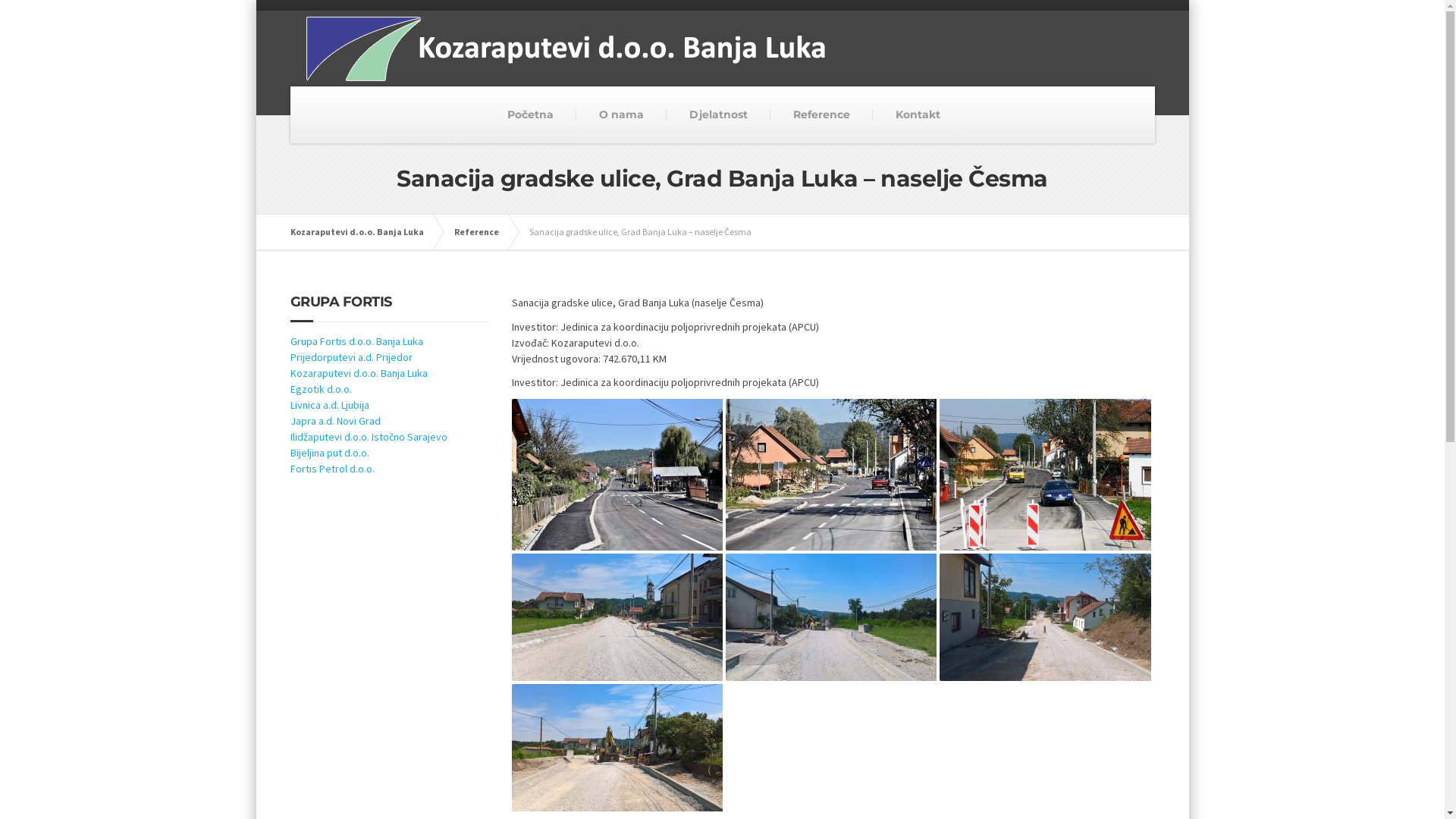 The image size is (1456, 819). I want to click on 'Prijedorputevi a.d. Prijedor', so click(290, 356).